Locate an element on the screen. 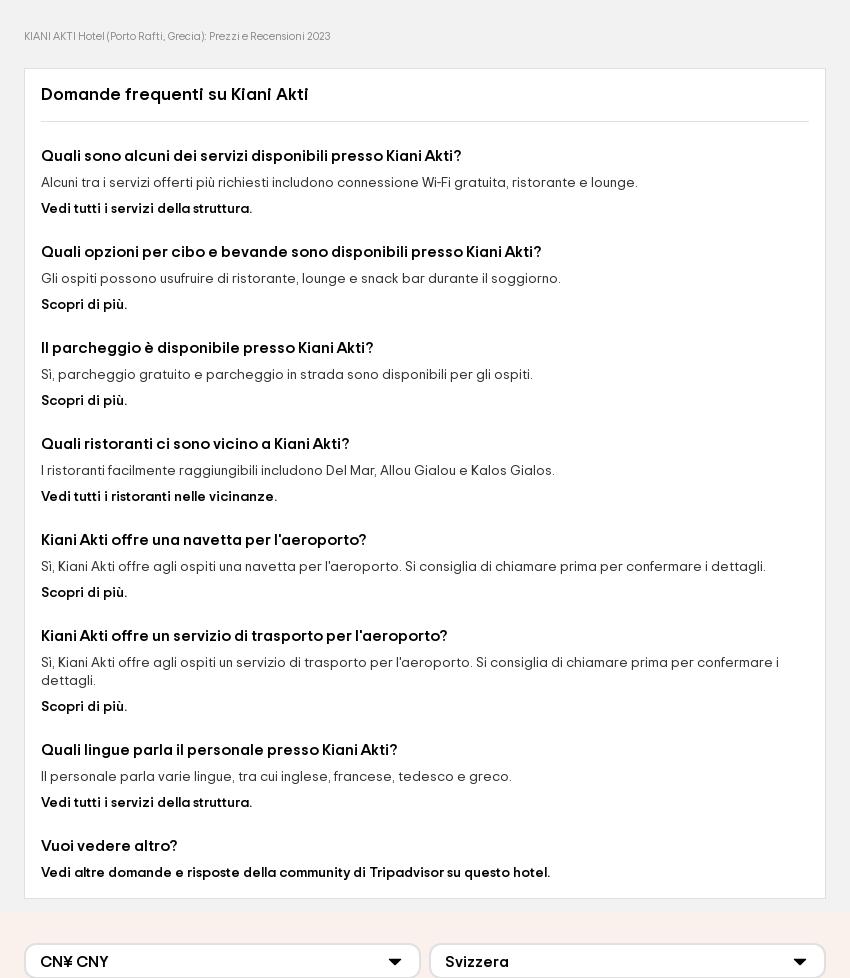 The image size is (850, 978). 'Sì, Kiani Akti offre agli ospiti una navetta per l'aeroporto. Si consiglia di chiamare prima per confermare i dettagli.' is located at coordinates (39, 567).